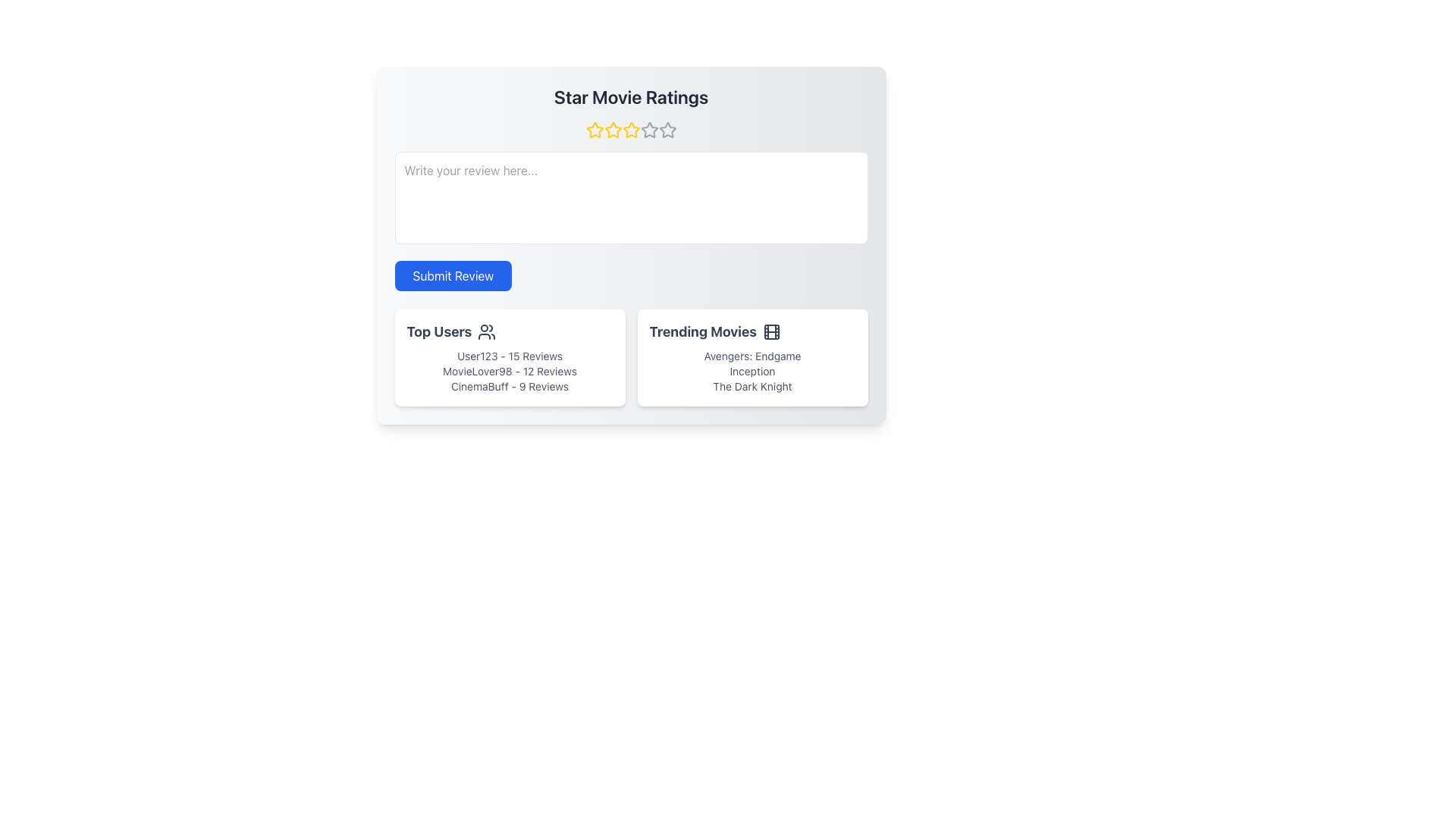 The height and width of the screenshot is (819, 1456). Describe the element at coordinates (771, 331) in the screenshot. I see `the film icon located next to the 'Trending Movies' text in the lower right section of the interface` at that location.